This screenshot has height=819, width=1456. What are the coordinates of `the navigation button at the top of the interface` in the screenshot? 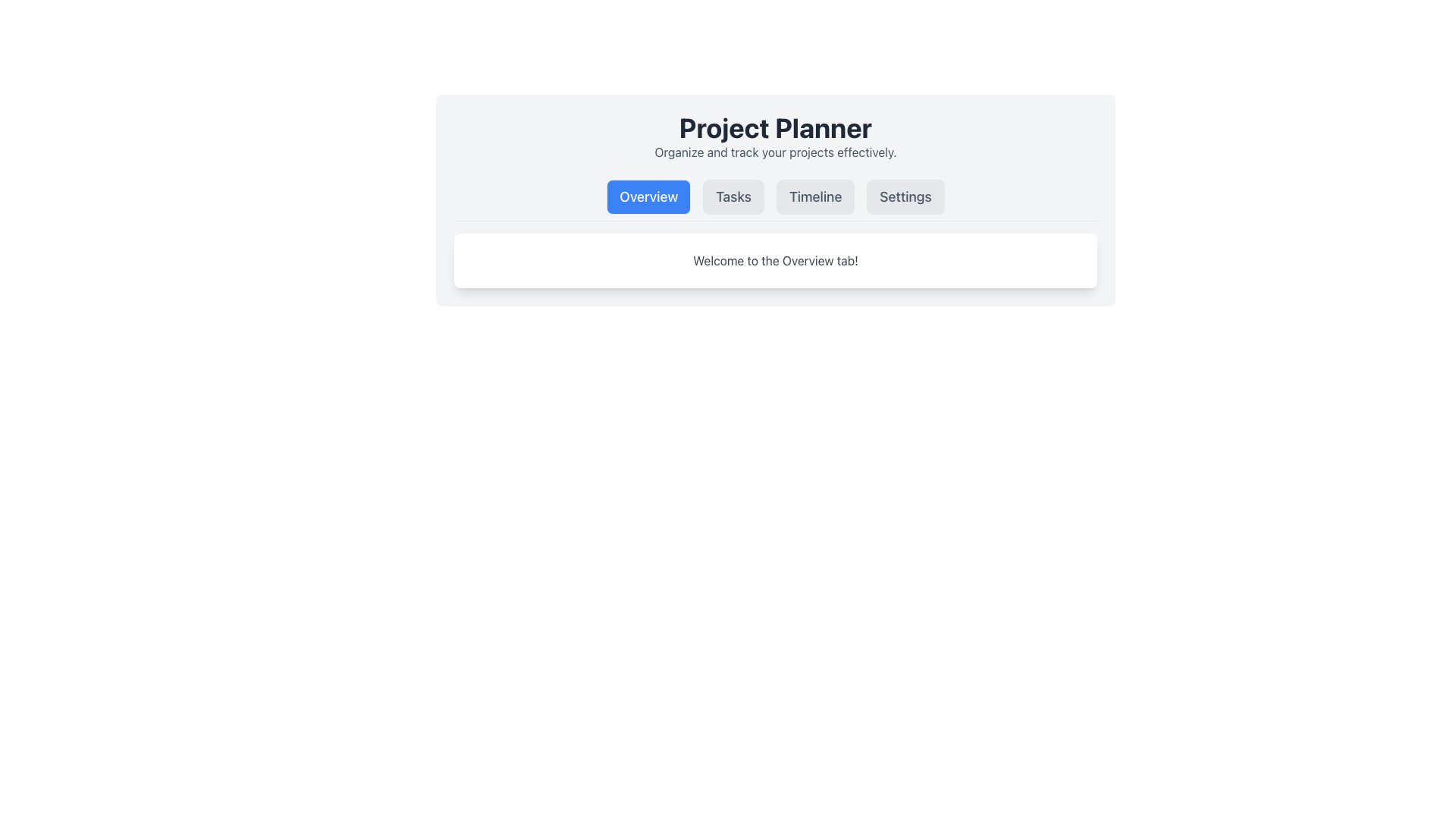 It's located at (648, 196).